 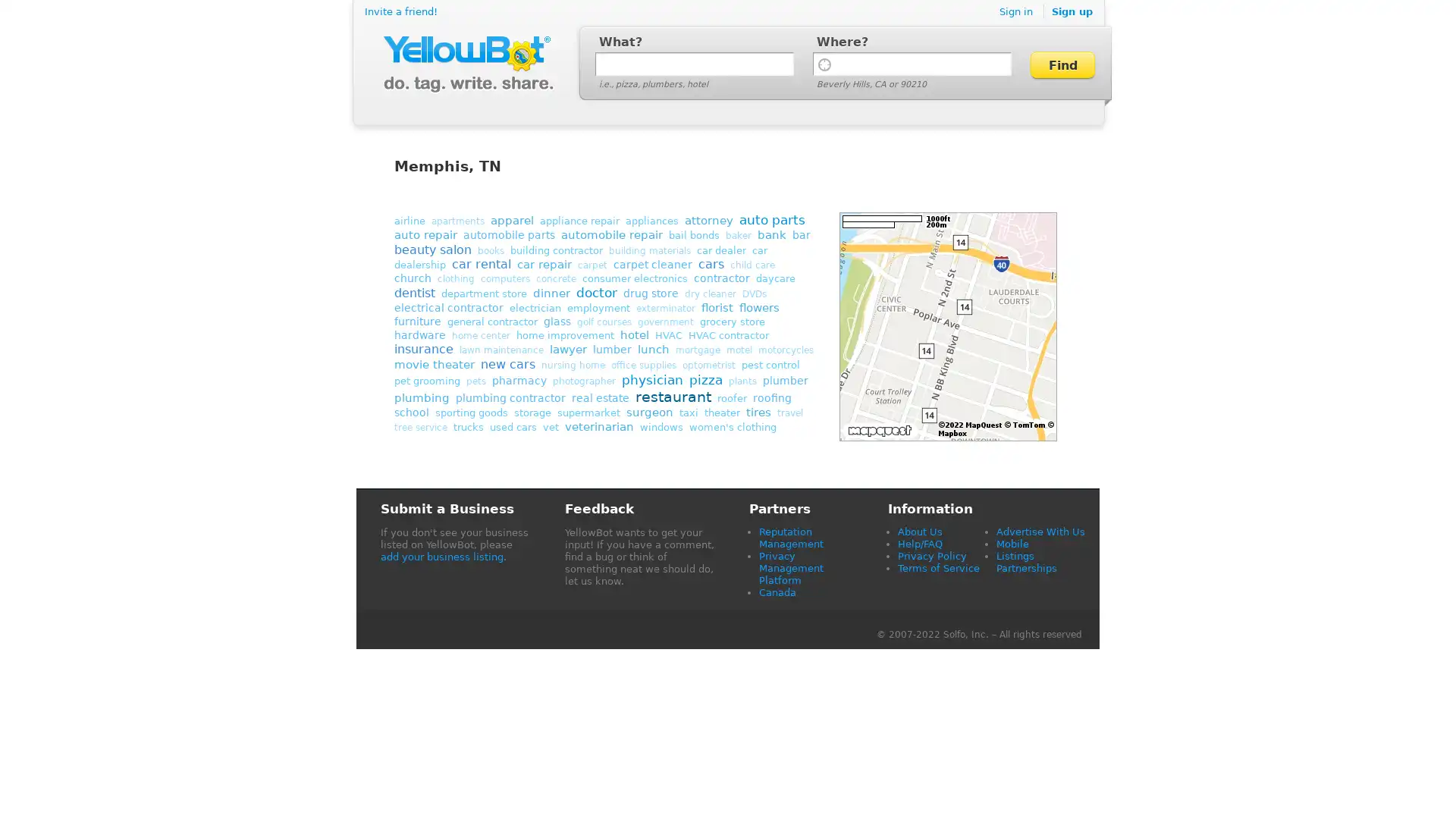 What do you see at coordinates (1062, 64) in the screenshot?
I see `Find` at bounding box center [1062, 64].